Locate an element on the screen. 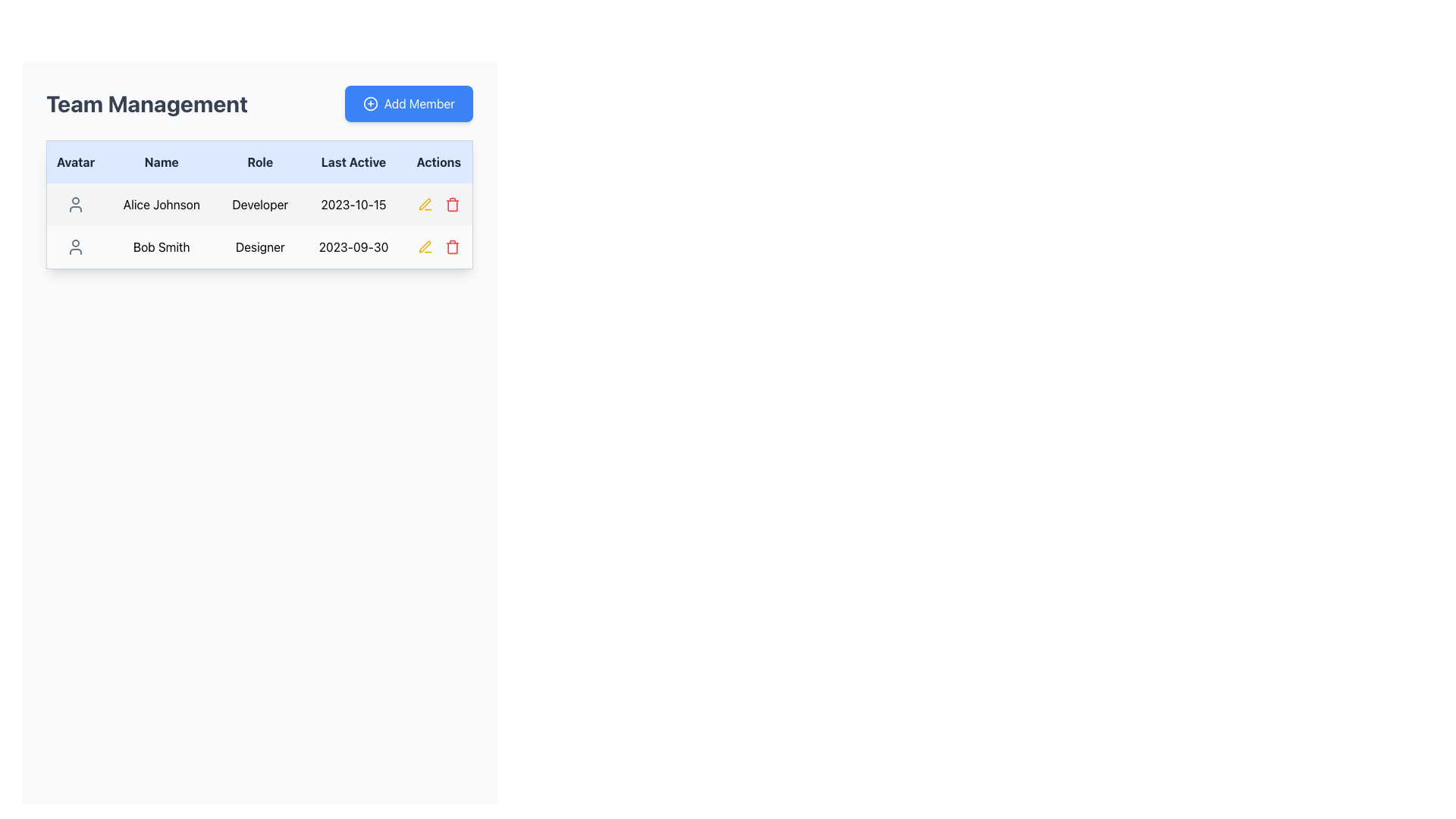 This screenshot has height=819, width=1456. the first row in the user details table containing the name 'Alice Johnson' is located at coordinates (259, 205).